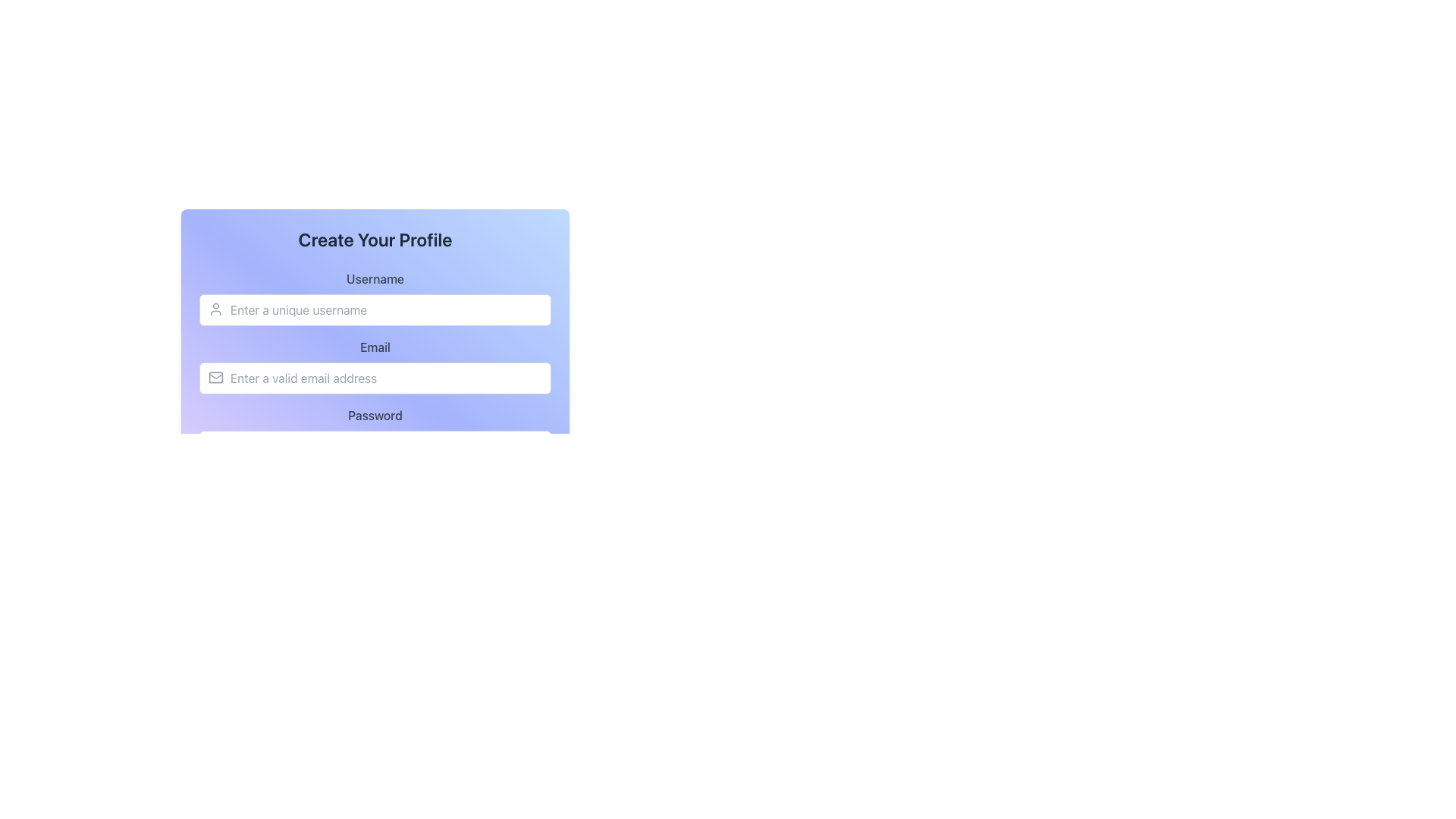  What do you see at coordinates (375, 239) in the screenshot?
I see `the prominently styled text label that says 'Create Your Profile', which is in a large, bold font and has a gradient background from purple to blue` at bounding box center [375, 239].